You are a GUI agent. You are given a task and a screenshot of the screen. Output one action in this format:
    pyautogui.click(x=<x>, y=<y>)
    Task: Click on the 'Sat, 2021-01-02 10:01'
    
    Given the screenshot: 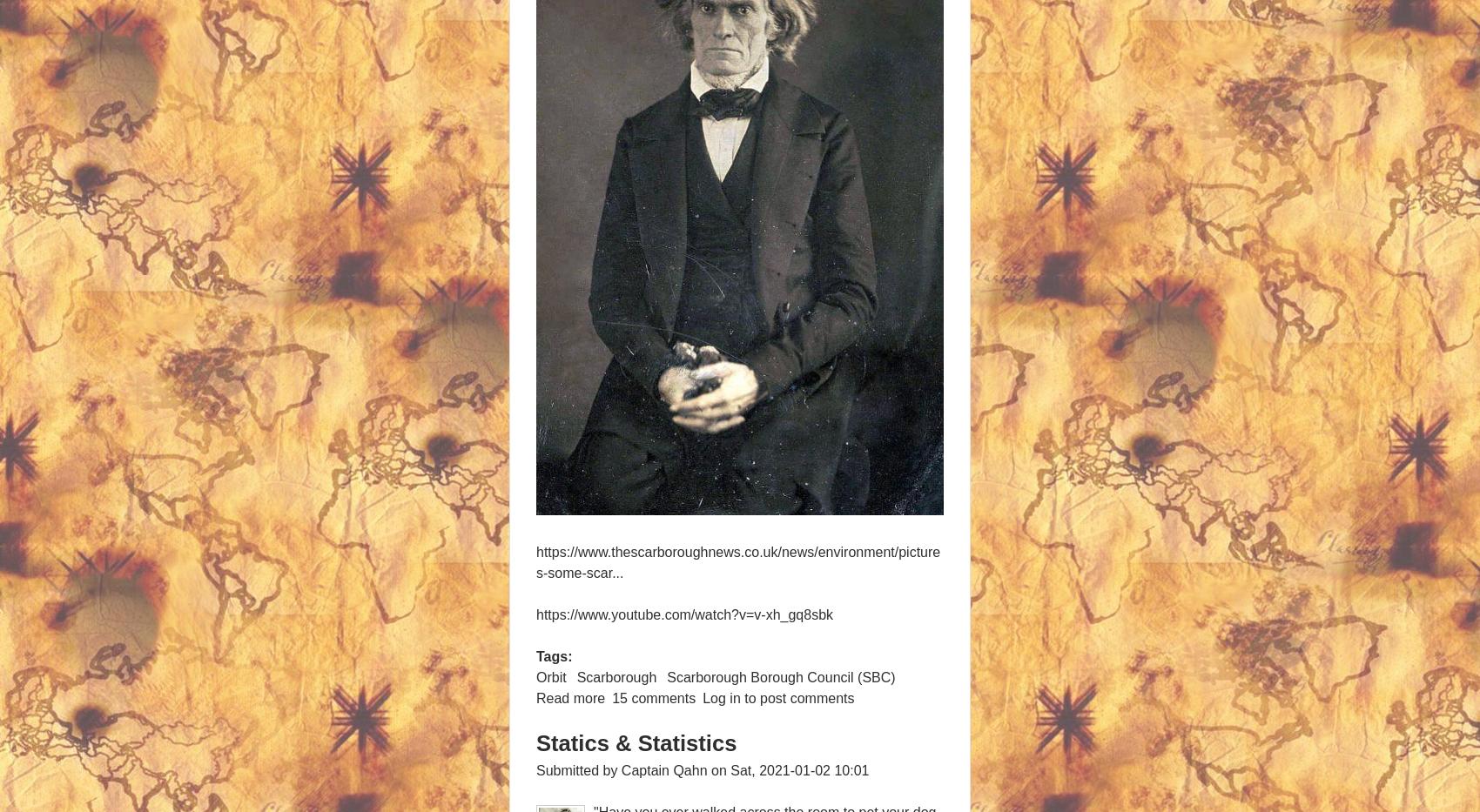 What is the action you would take?
    pyautogui.click(x=729, y=769)
    